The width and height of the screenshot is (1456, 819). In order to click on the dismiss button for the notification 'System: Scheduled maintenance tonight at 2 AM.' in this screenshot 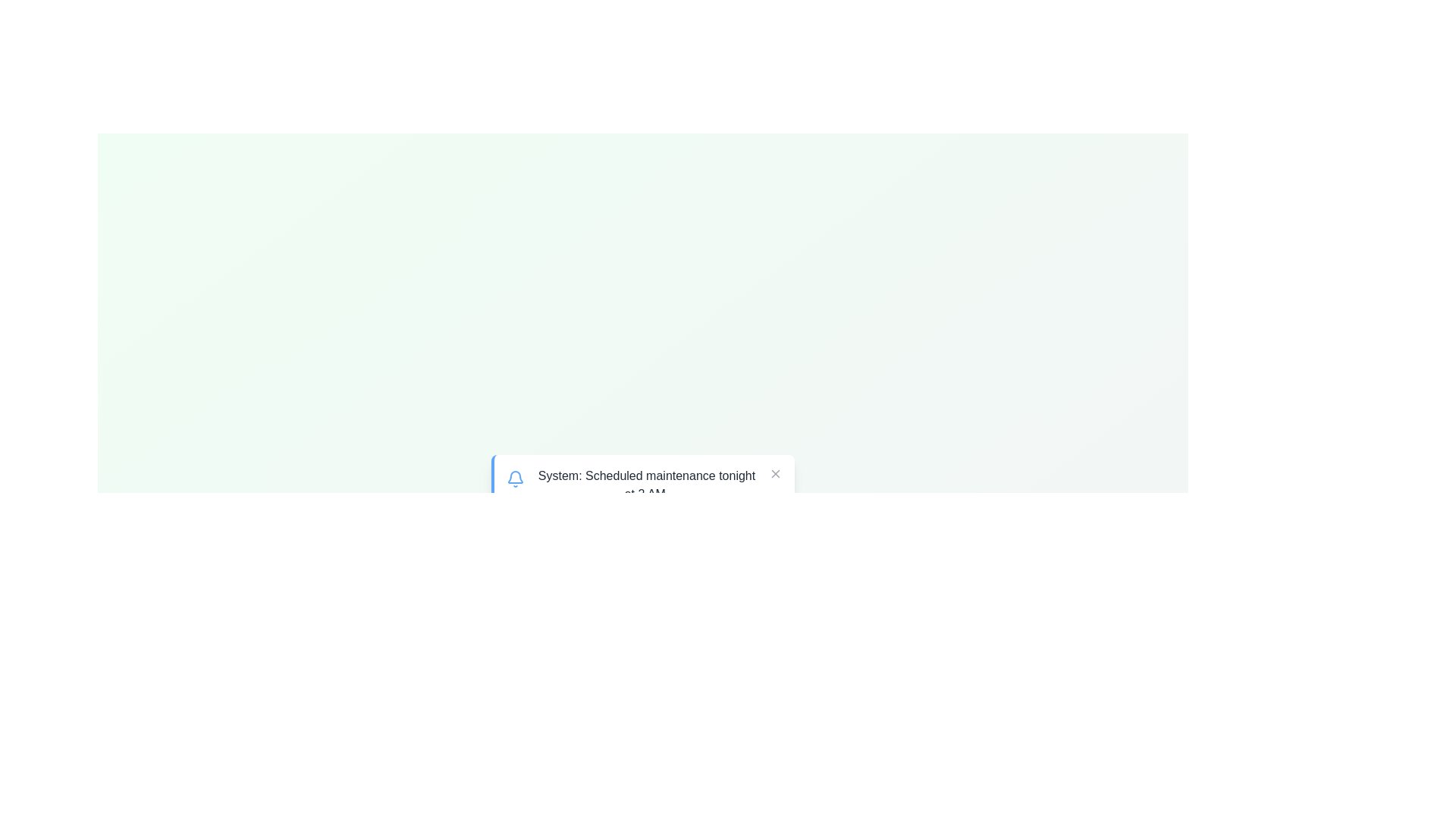, I will do `click(775, 472)`.